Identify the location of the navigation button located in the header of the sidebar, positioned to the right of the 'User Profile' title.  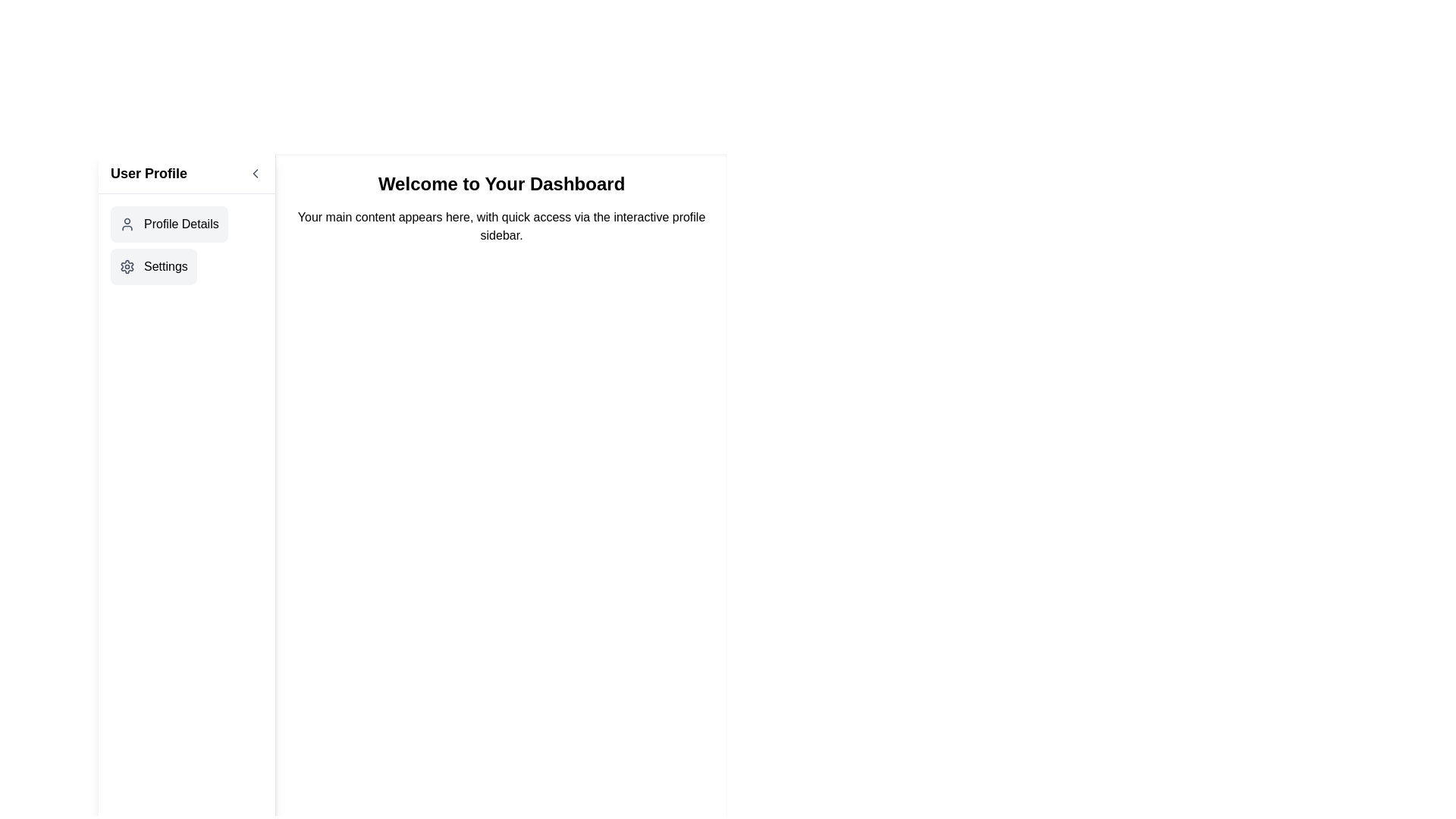
(256, 172).